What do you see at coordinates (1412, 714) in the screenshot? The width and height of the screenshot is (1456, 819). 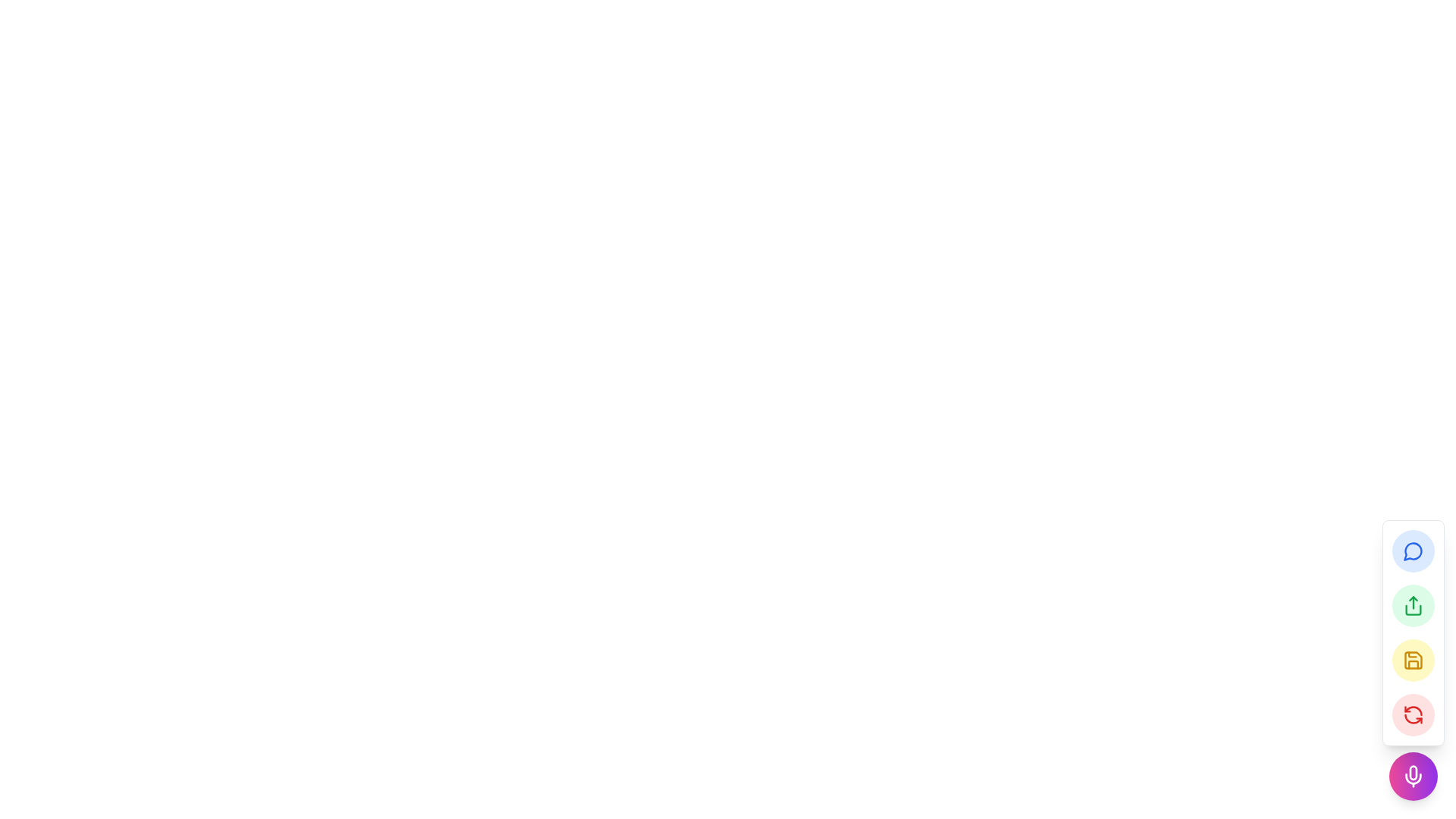 I see `the circular refresh button with a red background located at the bottom right corner of the interface` at bounding box center [1412, 714].